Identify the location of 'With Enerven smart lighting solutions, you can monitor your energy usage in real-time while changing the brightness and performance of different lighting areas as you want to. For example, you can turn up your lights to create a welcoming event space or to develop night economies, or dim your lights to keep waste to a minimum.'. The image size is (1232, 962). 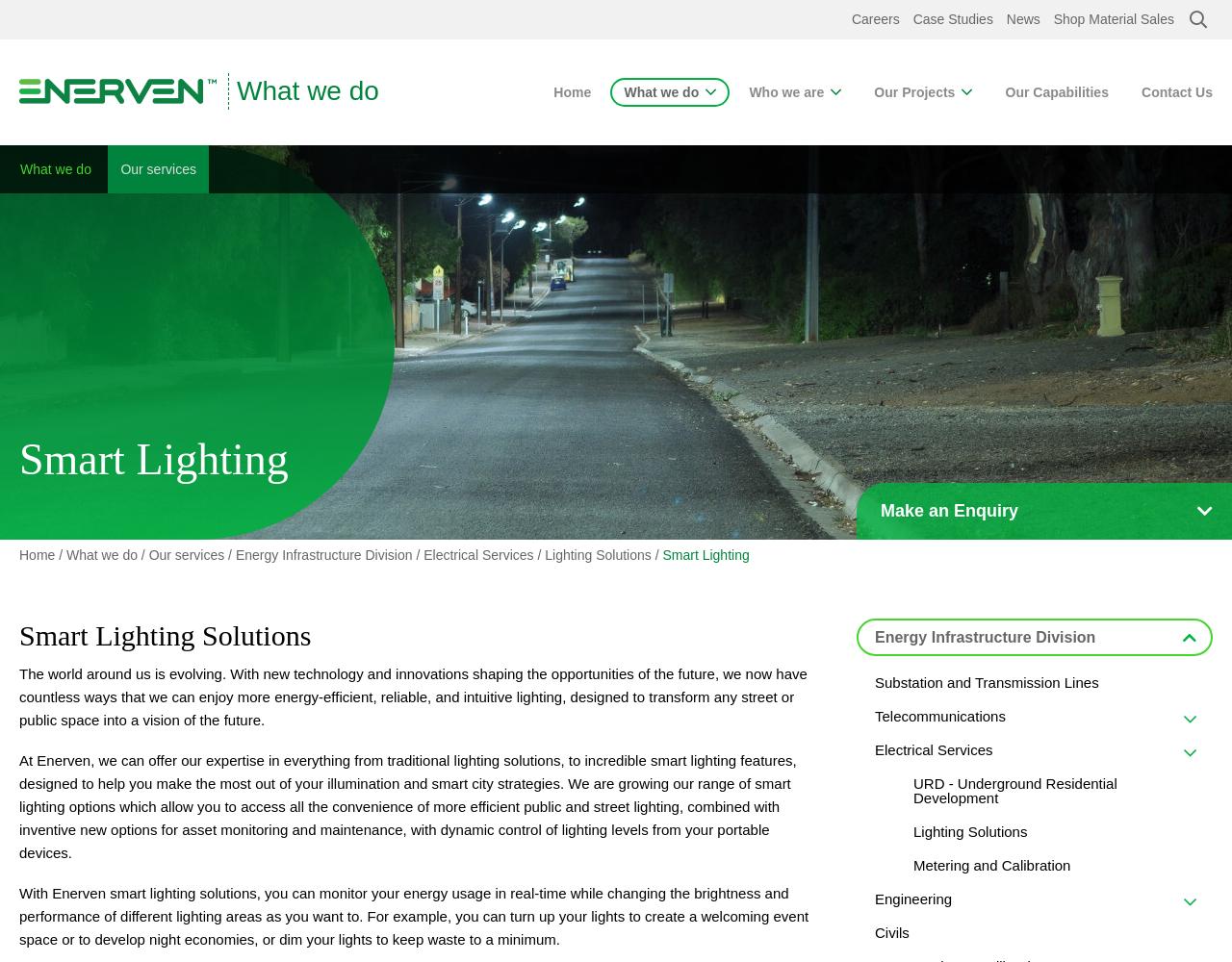
(412, 915).